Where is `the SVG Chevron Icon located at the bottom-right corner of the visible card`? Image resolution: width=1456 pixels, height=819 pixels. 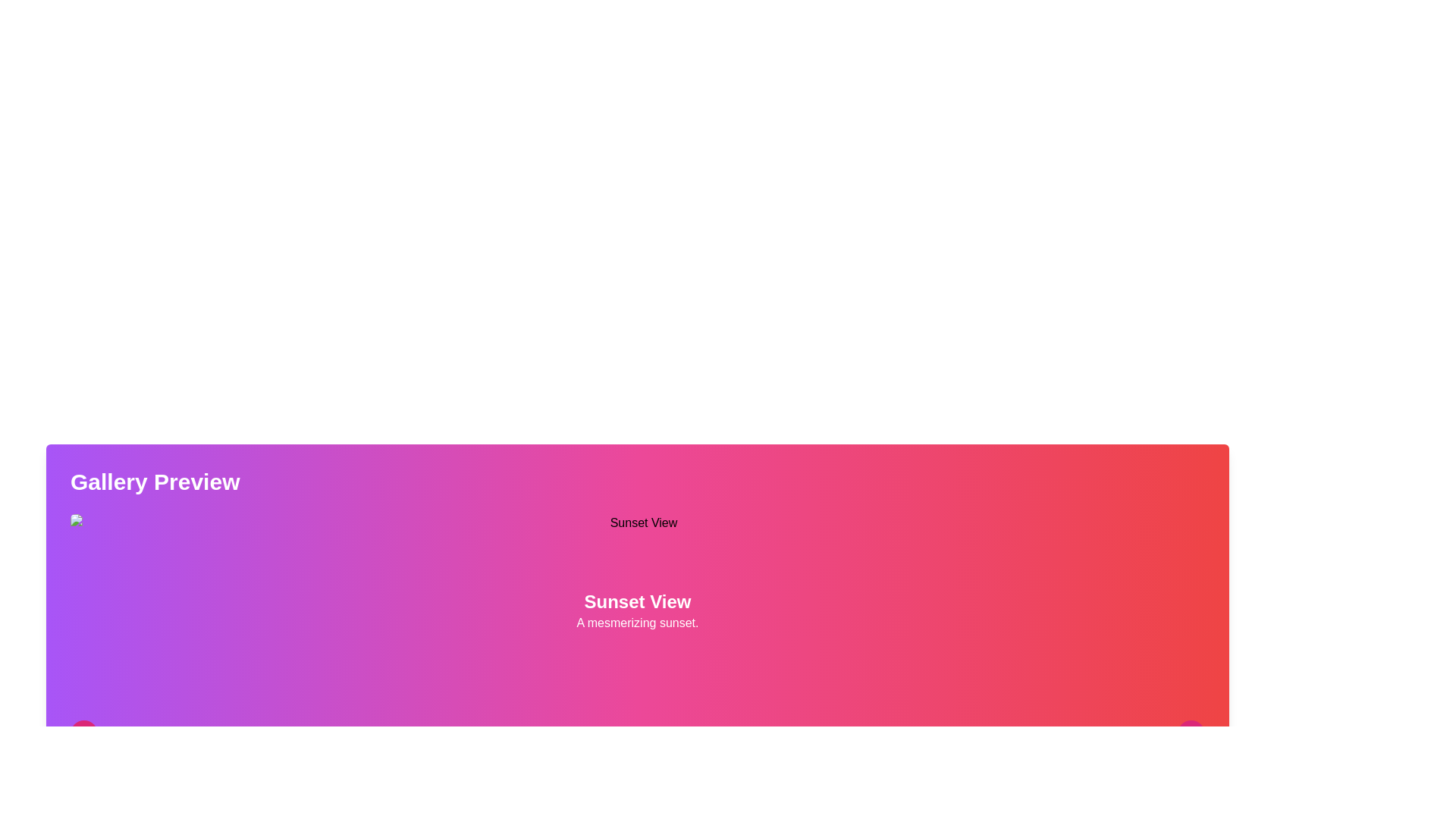 the SVG Chevron Icon located at the bottom-right corner of the visible card is located at coordinates (1190, 733).